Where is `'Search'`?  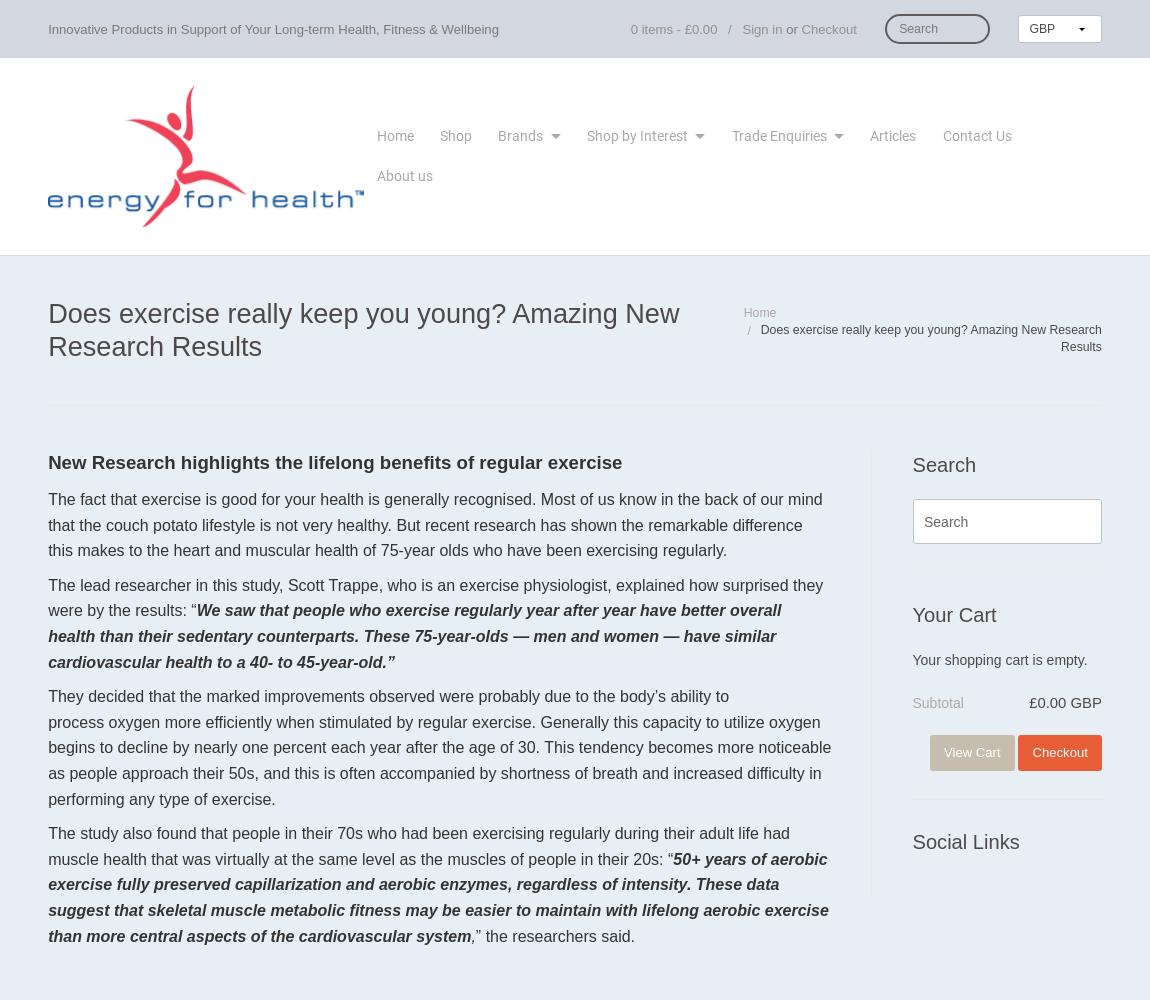 'Search' is located at coordinates (911, 463).